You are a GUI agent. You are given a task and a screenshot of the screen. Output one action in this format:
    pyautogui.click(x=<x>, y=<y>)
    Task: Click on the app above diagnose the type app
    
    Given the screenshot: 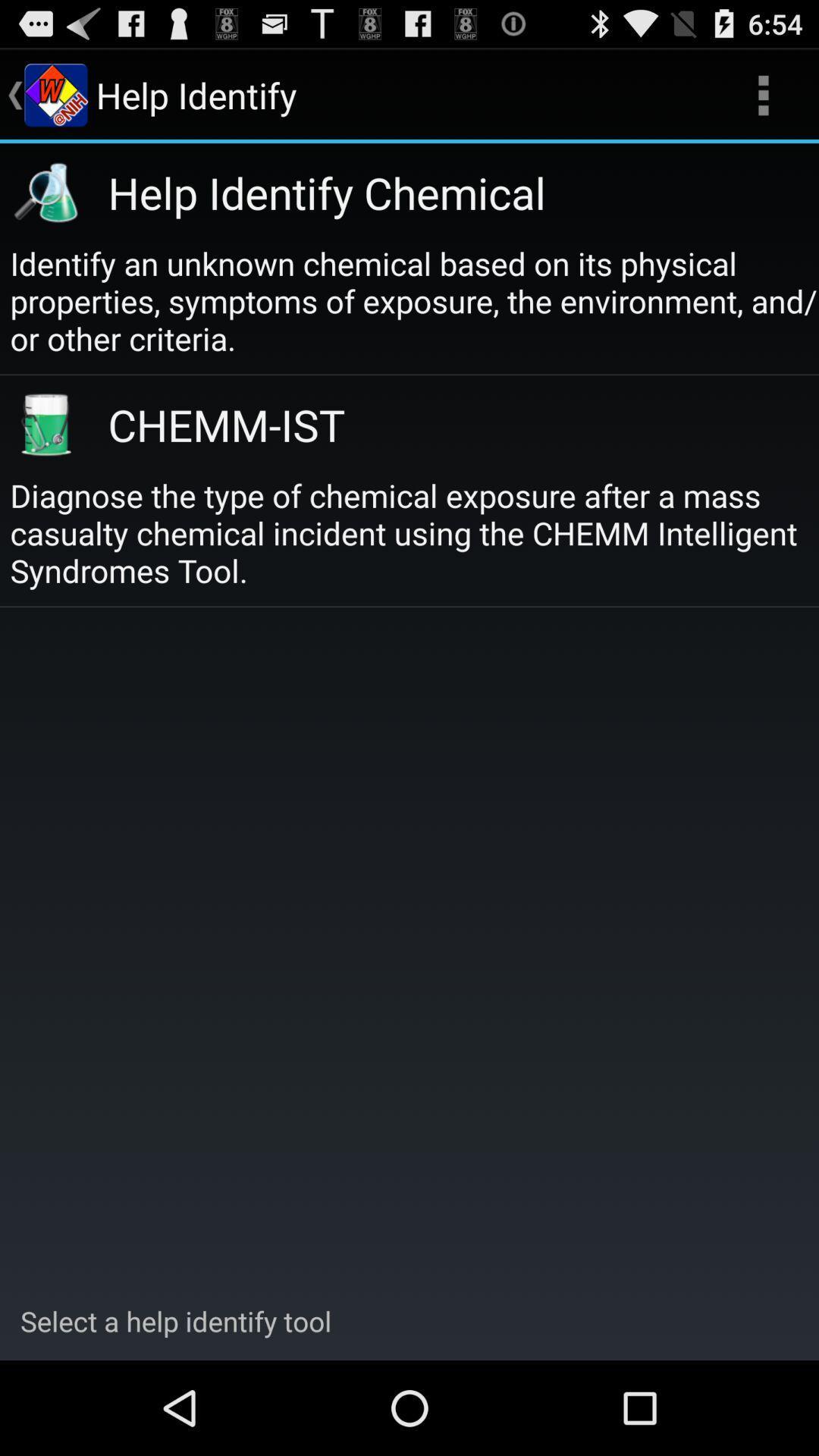 What is the action you would take?
    pyautogui.click(x=445, y=424)
    